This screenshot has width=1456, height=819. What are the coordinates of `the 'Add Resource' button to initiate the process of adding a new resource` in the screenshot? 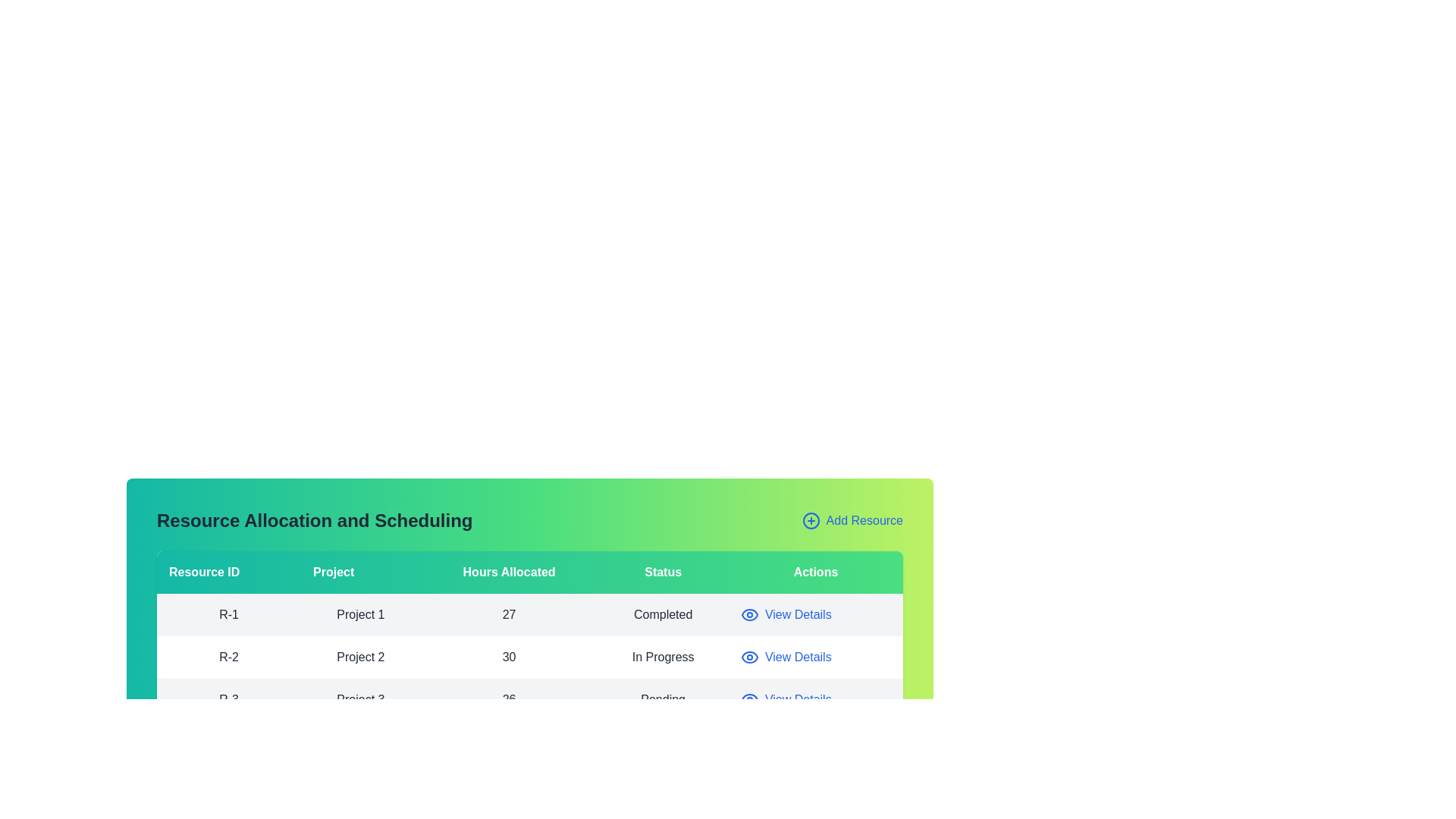 It's located at (852, 519).